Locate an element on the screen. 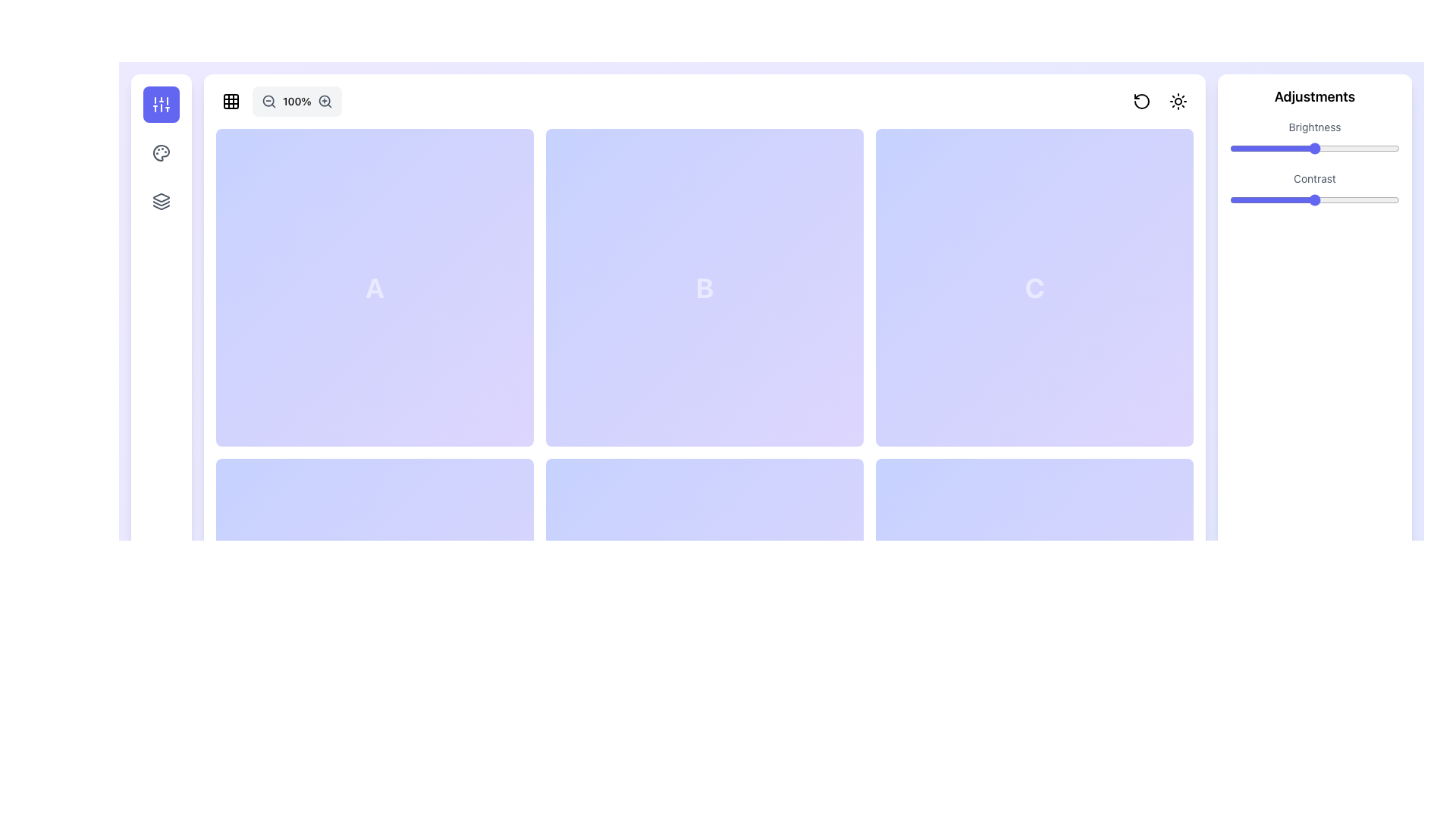 The image size is (1456, 819). contrast is located at coordinates (1395, 199).